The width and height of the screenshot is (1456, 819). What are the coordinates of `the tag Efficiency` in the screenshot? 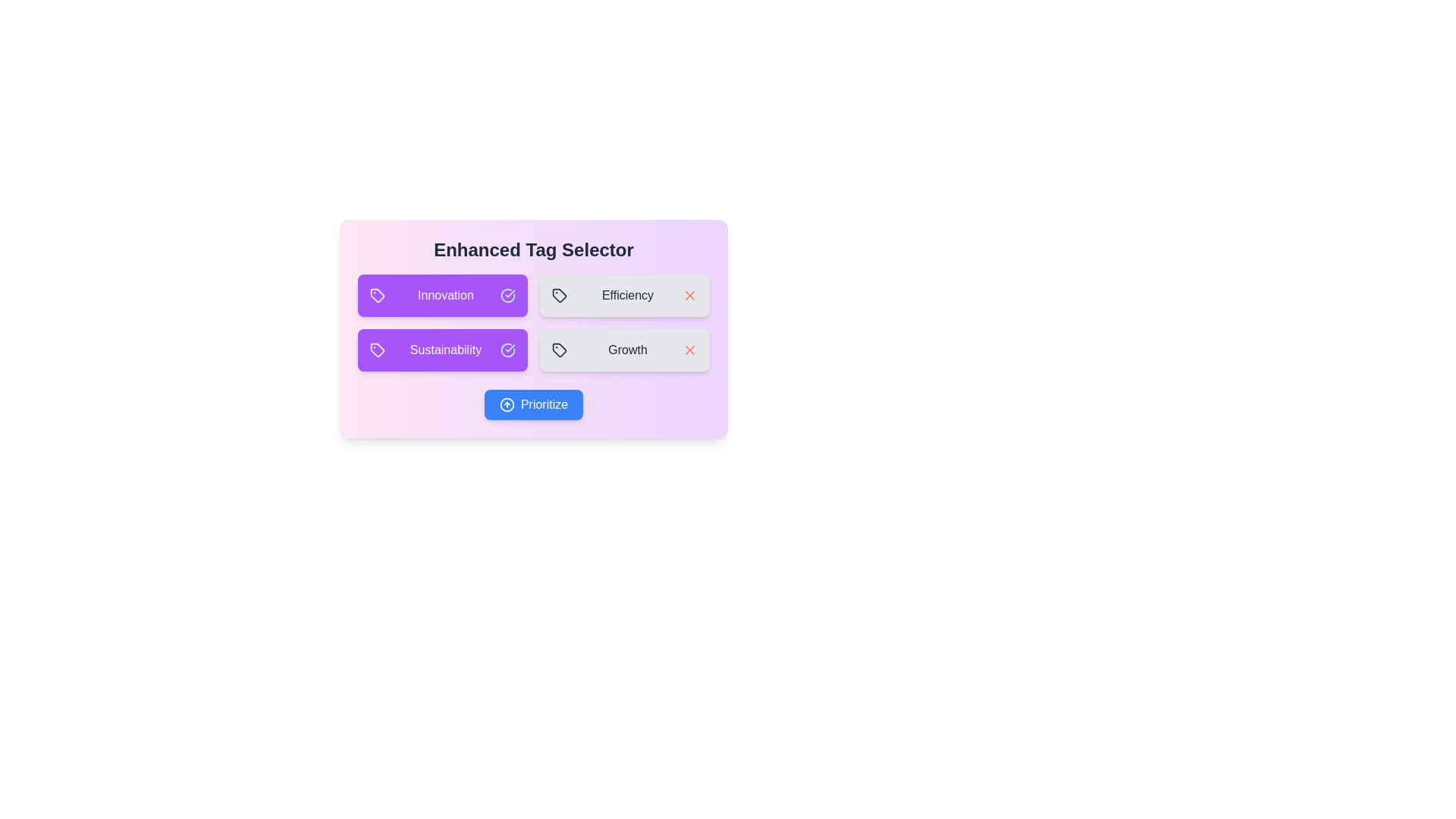 It's located at (625, 295).